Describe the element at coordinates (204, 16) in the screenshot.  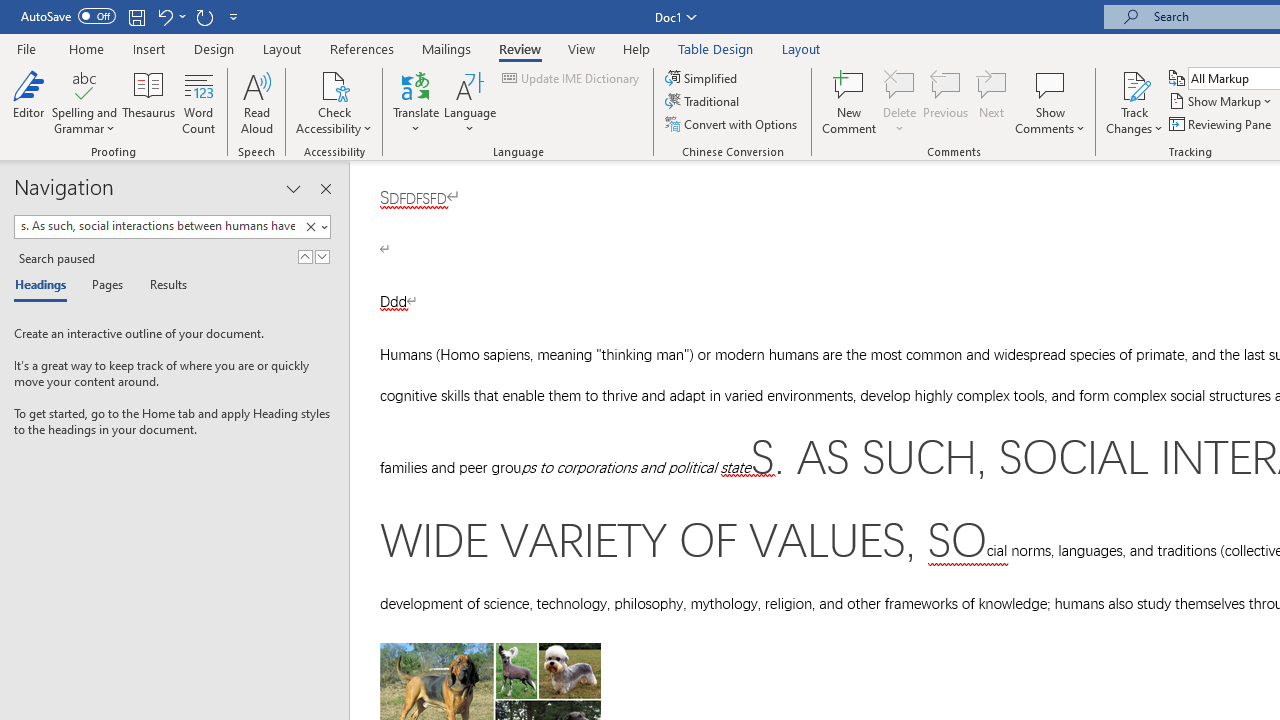
I see `'Repeat Style'` at that location.